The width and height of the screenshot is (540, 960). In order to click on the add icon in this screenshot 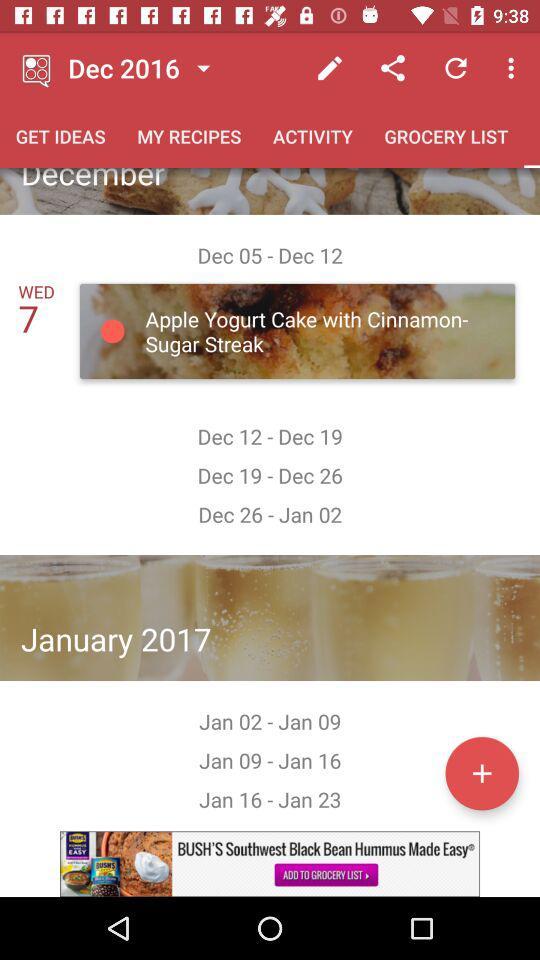, I will do `click(481, 772)`.